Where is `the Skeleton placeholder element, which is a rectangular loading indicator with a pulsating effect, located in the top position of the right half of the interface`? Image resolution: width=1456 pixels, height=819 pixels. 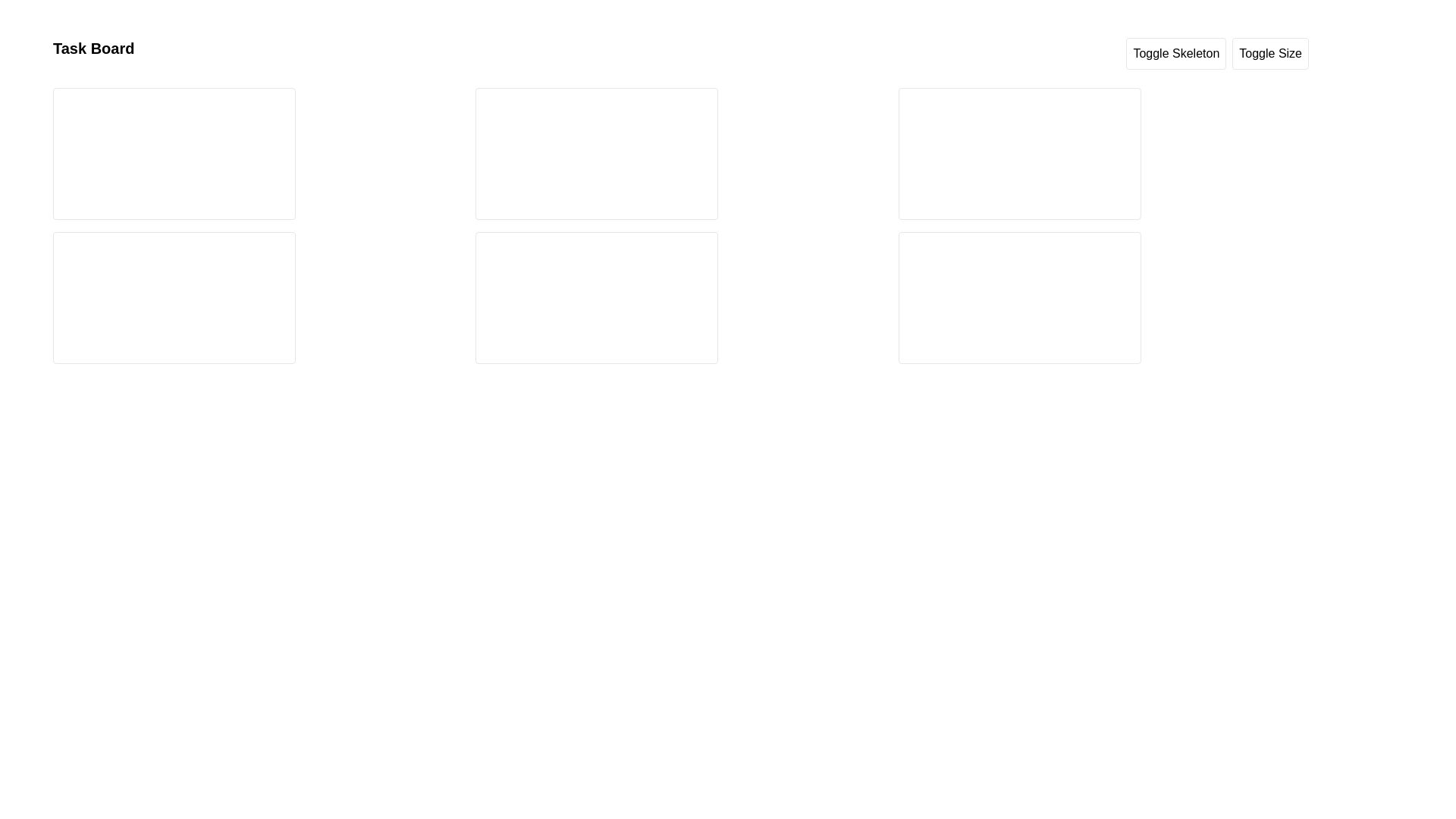 the Skeleton placeholder element, which is a rectangular loading indicator with a pulsating effect, located in the top position of the right half of the interface is located at coordinates (1015, 251).